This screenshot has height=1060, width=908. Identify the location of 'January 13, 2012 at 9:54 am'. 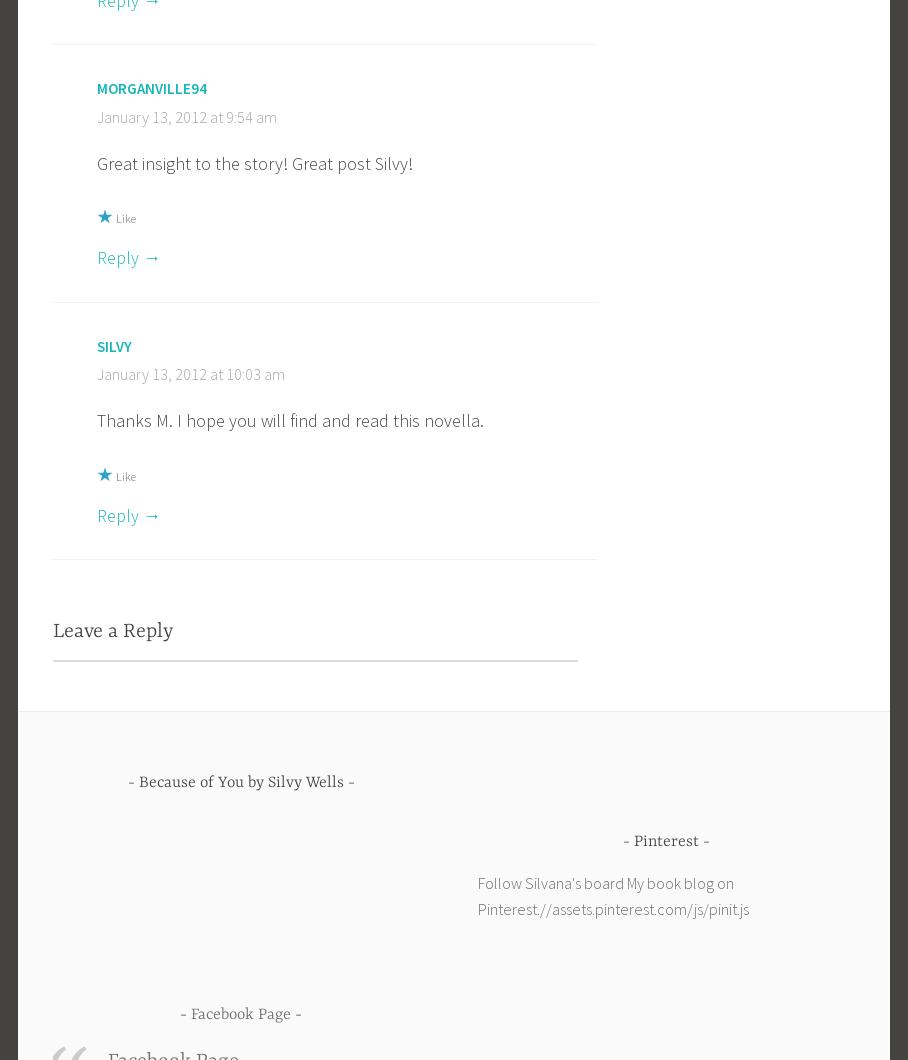
(185, 115).